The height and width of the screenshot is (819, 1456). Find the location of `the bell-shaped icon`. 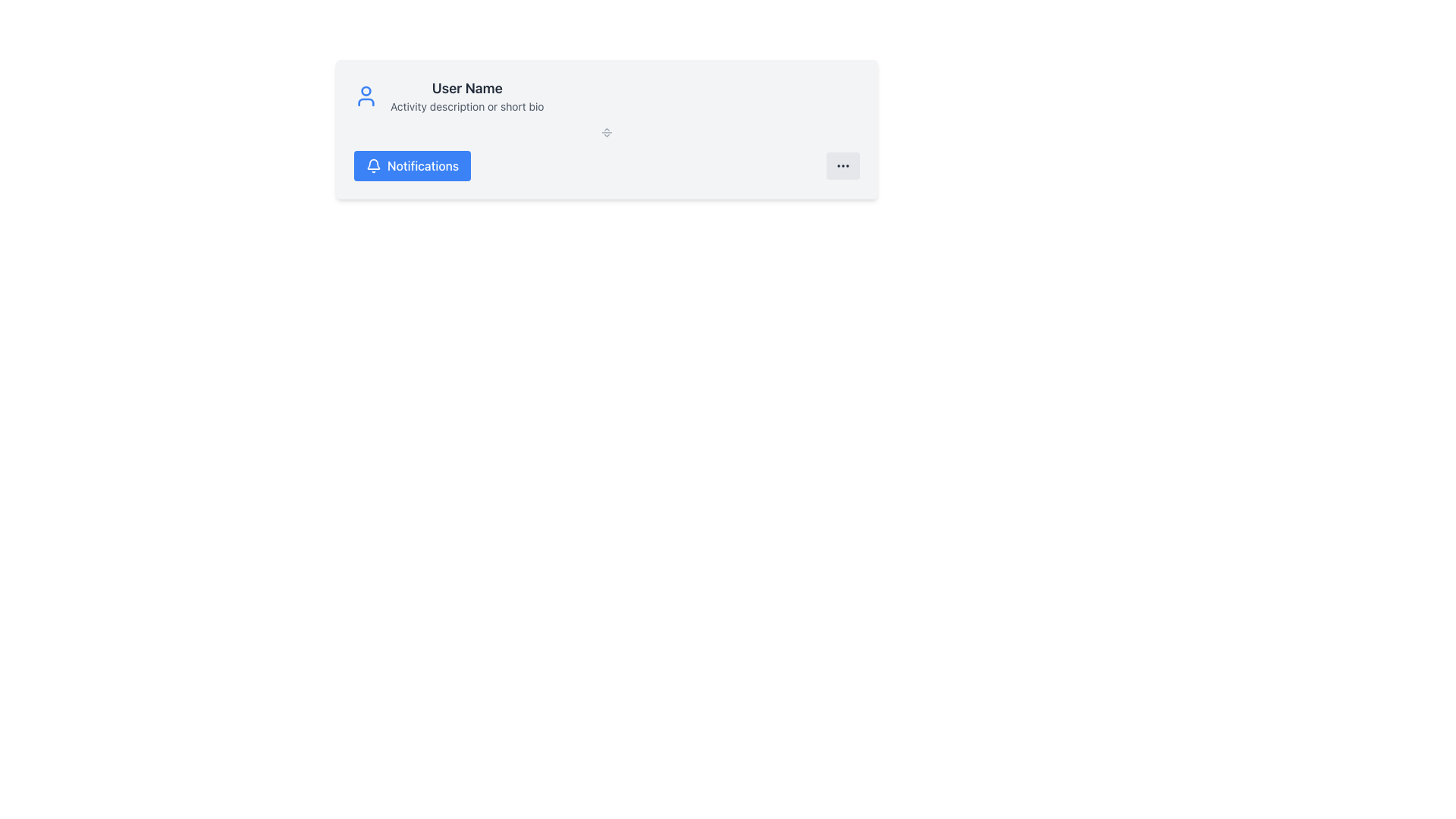

the bell-shaped icon is located at coordinates (374, 166).